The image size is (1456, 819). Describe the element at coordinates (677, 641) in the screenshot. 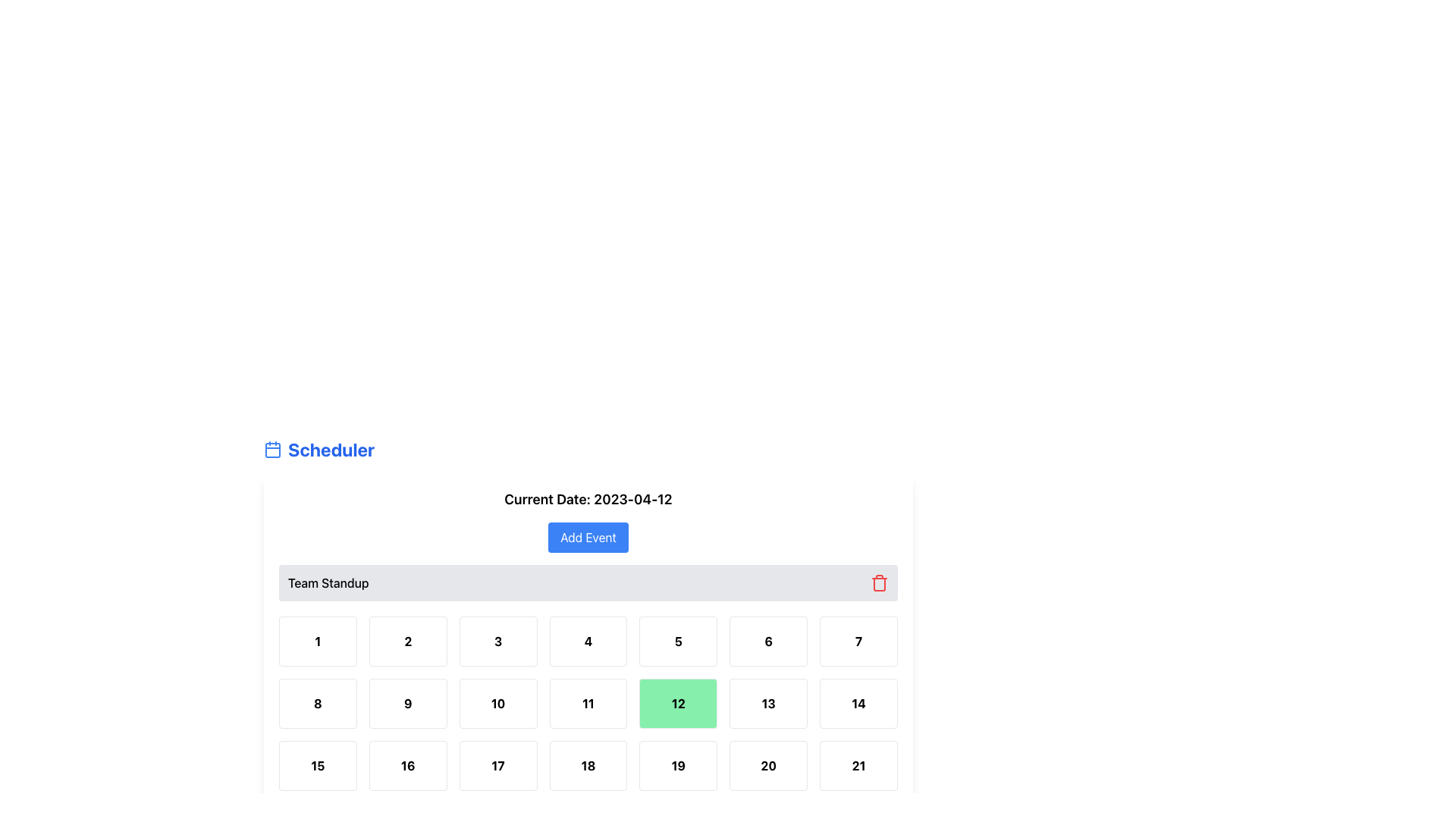

I see `the calendar day button in the fifth column of the first row within the 'Team Standup' scheduling interface` at that location.